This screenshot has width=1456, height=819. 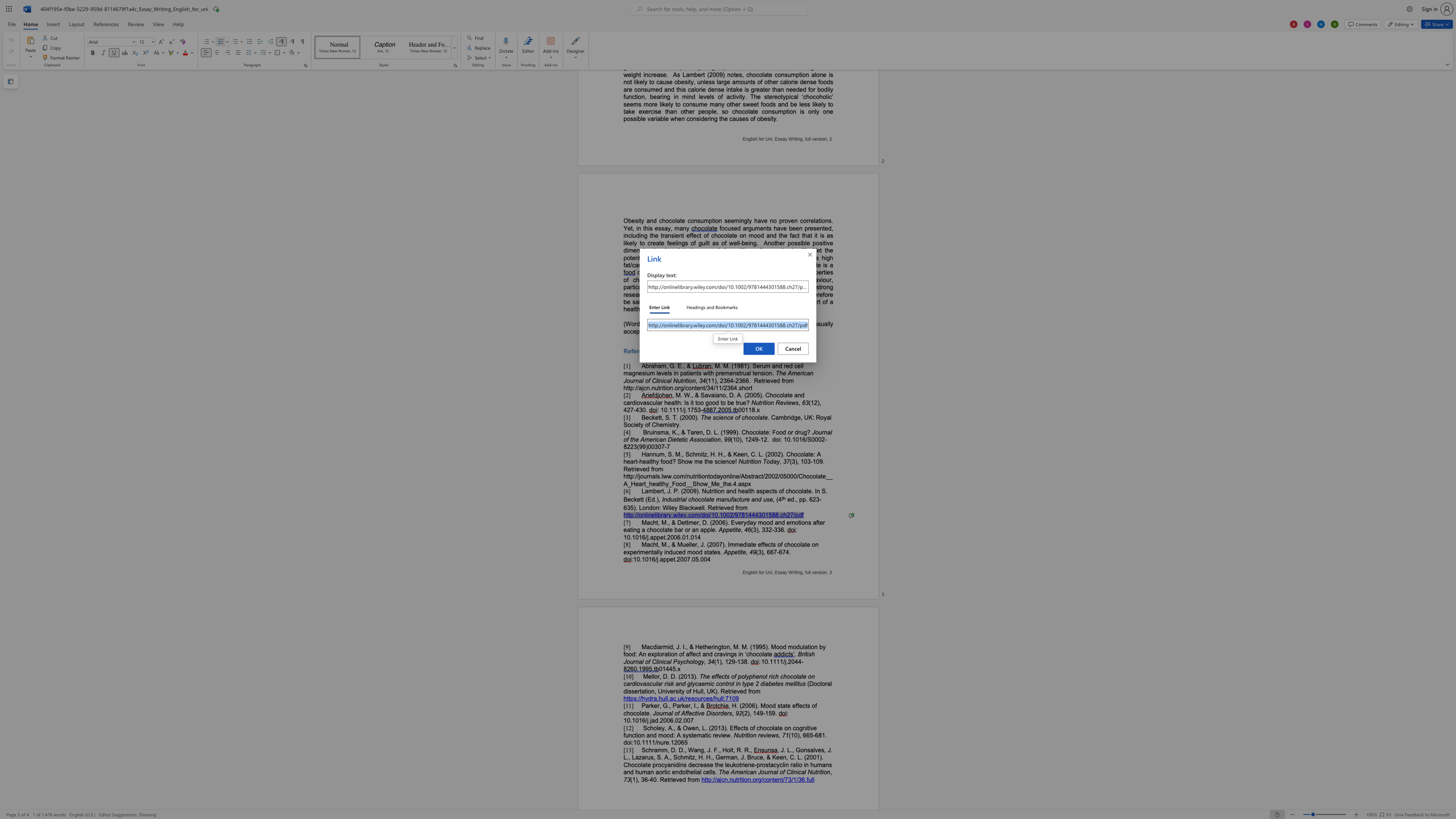 I want to click on the 1th character ":" in the text, so click(x=711, y=779).